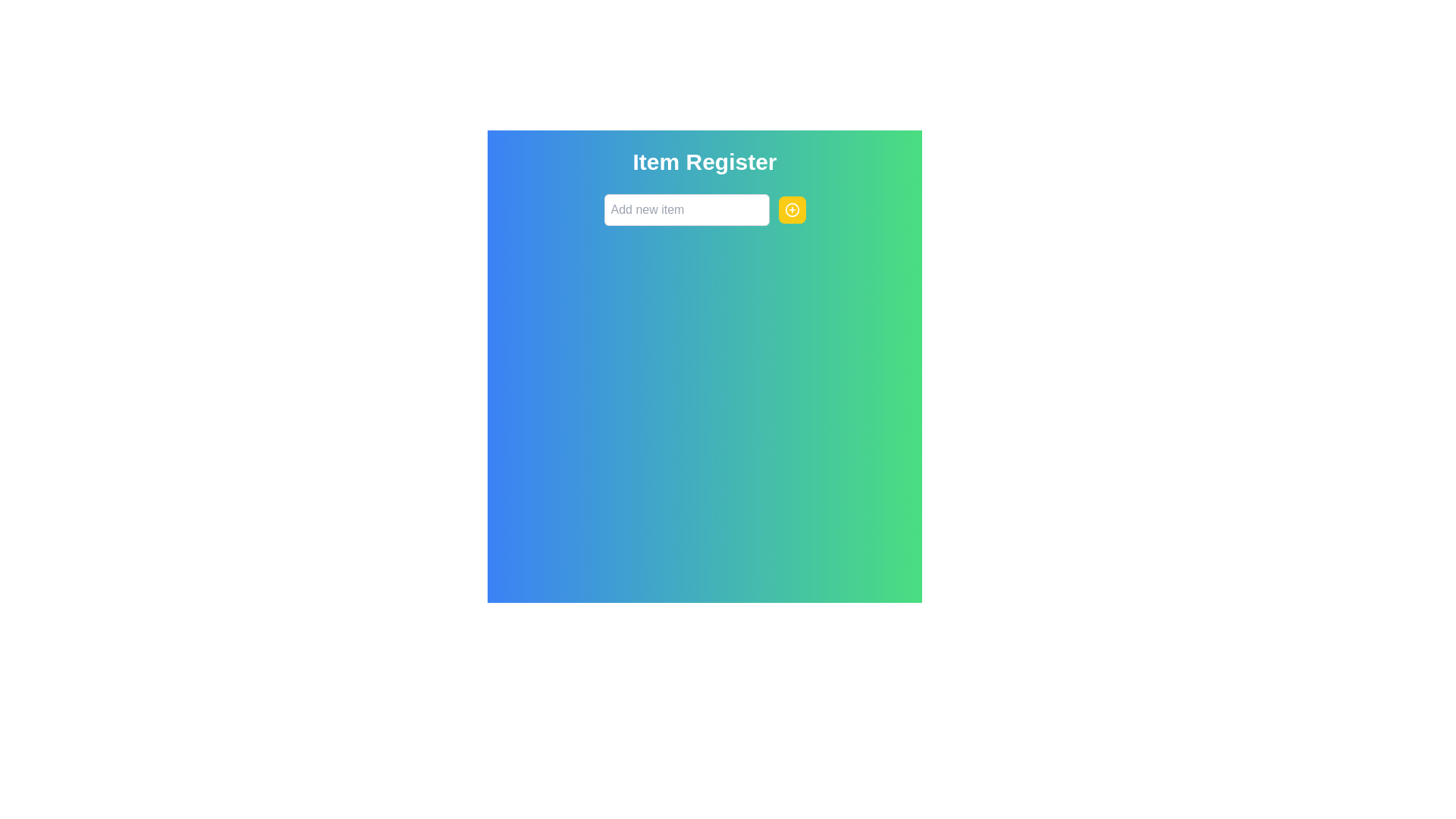 The width and height of the screenshot is (1456, 819). I want to click on the graphical representation of the Circle element in the SVG interface, which denotes an addition action and is located towards the top-right of the interface, adjacent to the 'Add new item' input box, so click(791, 210).